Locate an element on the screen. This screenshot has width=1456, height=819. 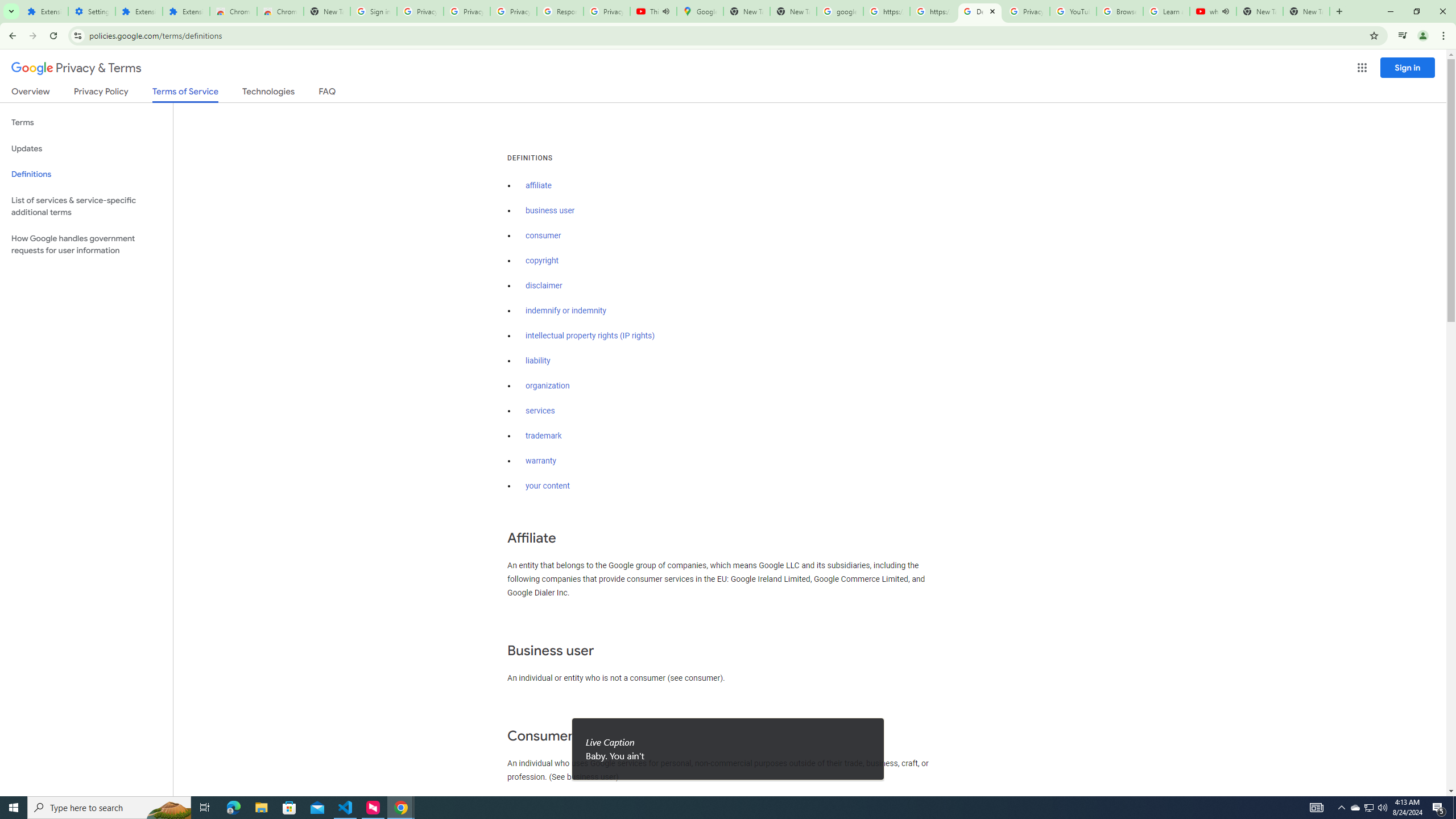
'https://scholar.google.com/' is located at coordinates (932, 11).